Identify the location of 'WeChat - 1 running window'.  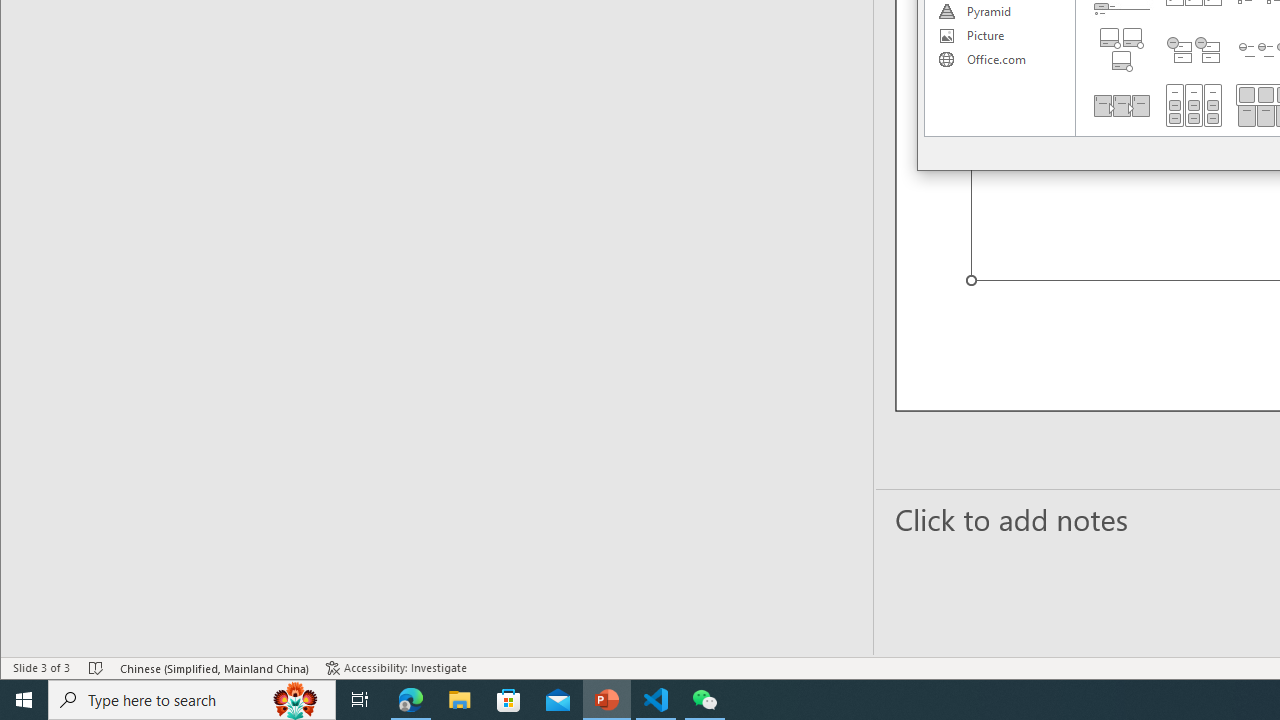
(705, 698).